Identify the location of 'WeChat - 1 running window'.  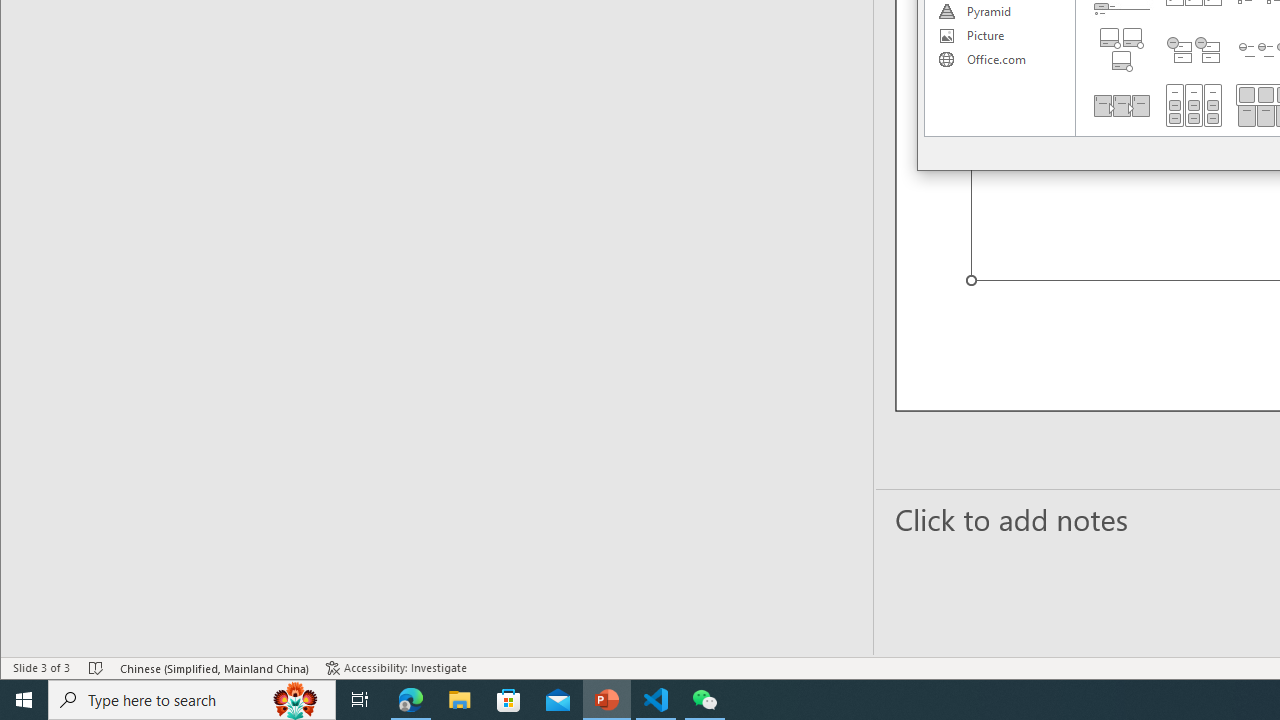
(705, 698).